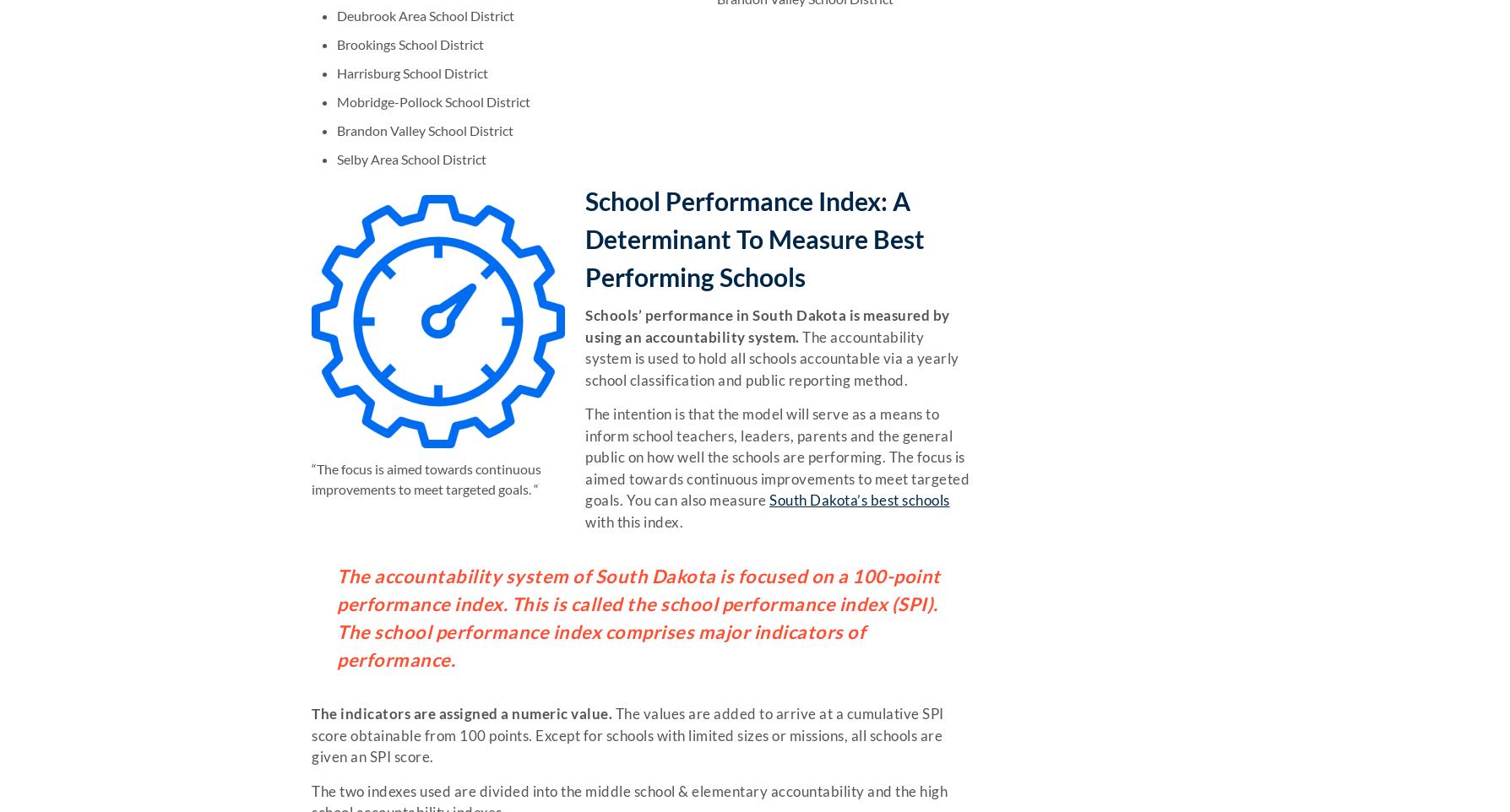 This screenshot has width=1510, height=812. I want to click on 'The indicators are assigned a numeric value.', so click(461, 713).